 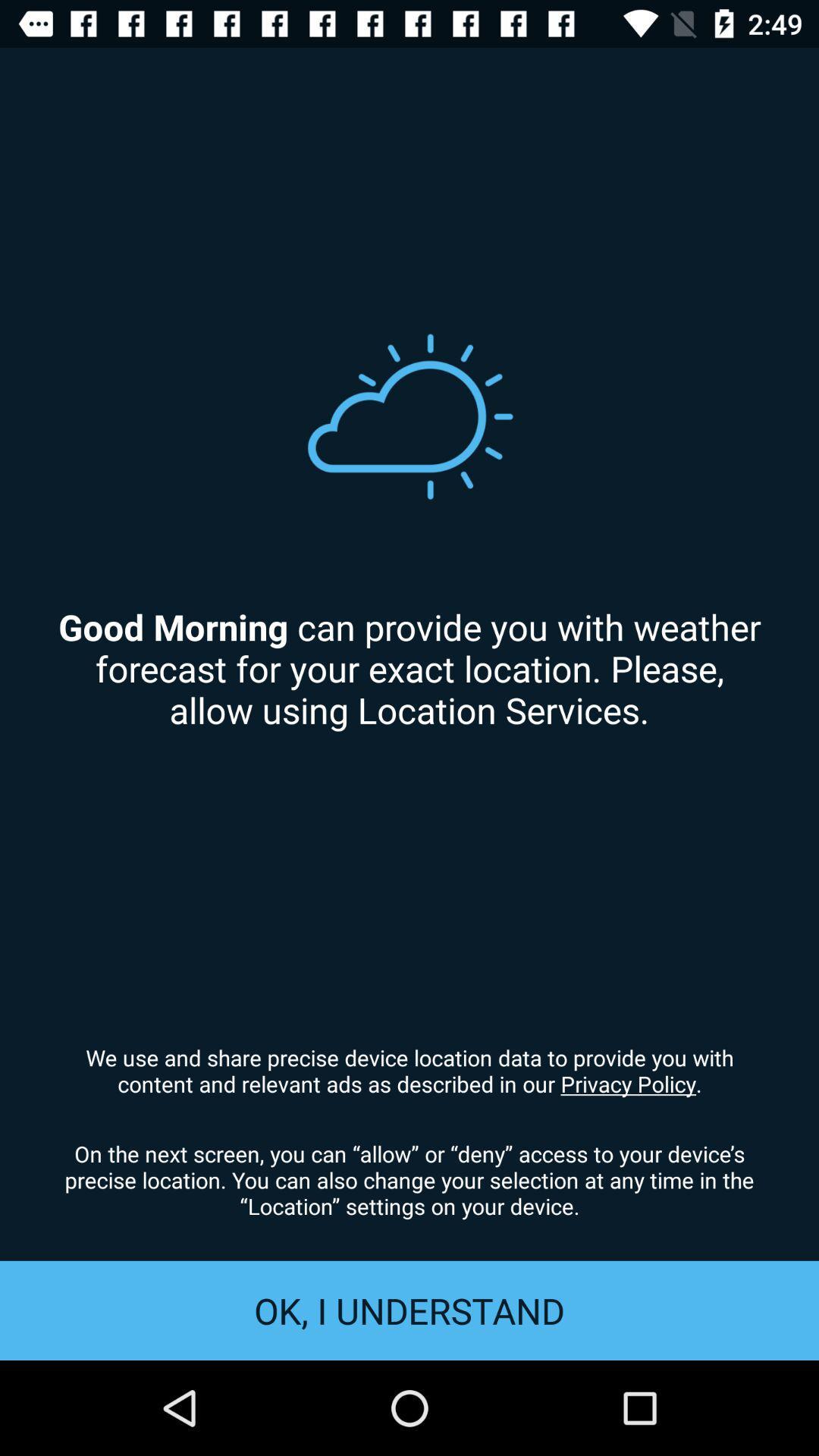 I want to click on the ok, i understand, so click(x=409, y=1310).